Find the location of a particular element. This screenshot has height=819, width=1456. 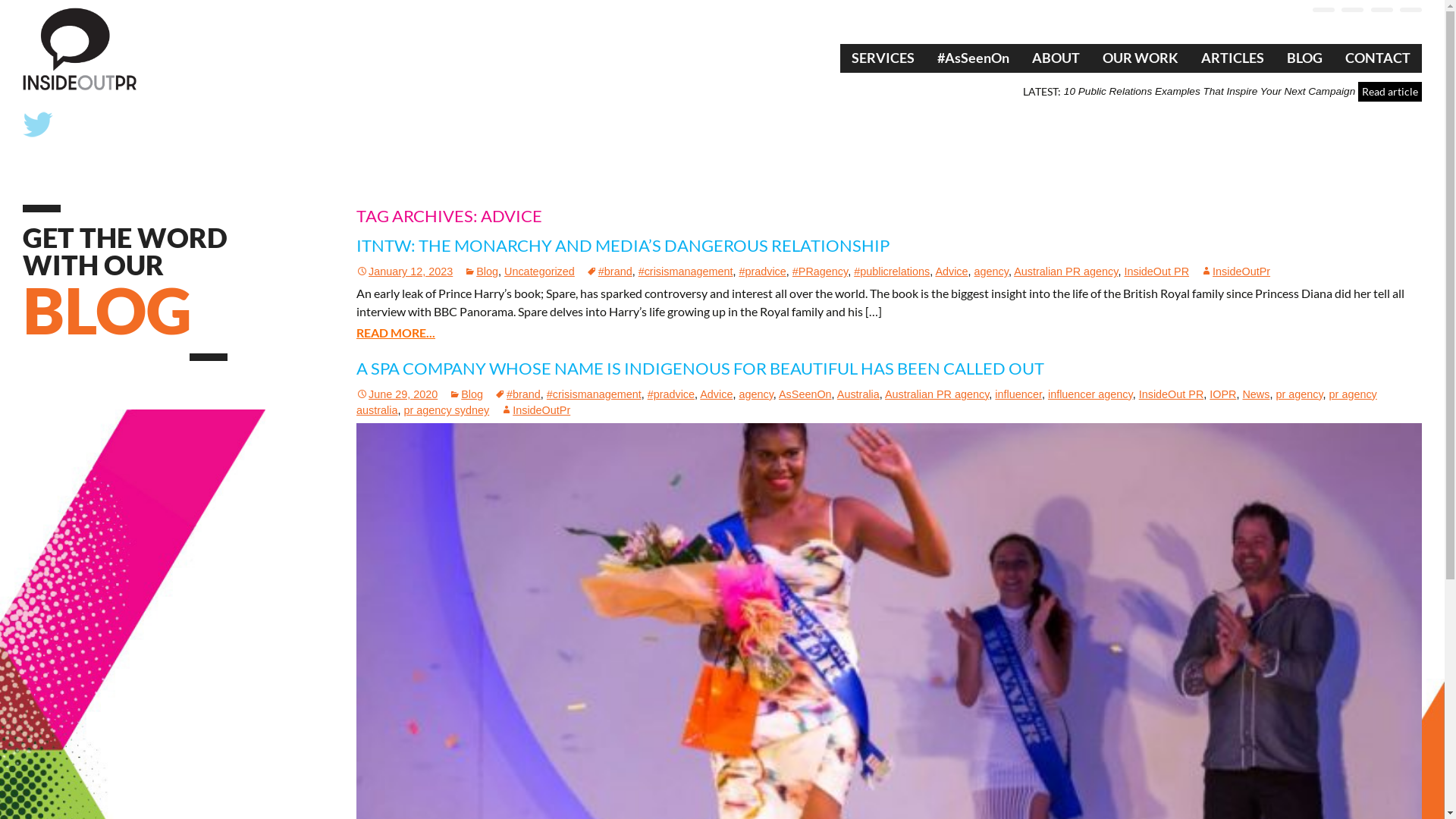

'January 12, 2023' is located at coordinates (356, 271).